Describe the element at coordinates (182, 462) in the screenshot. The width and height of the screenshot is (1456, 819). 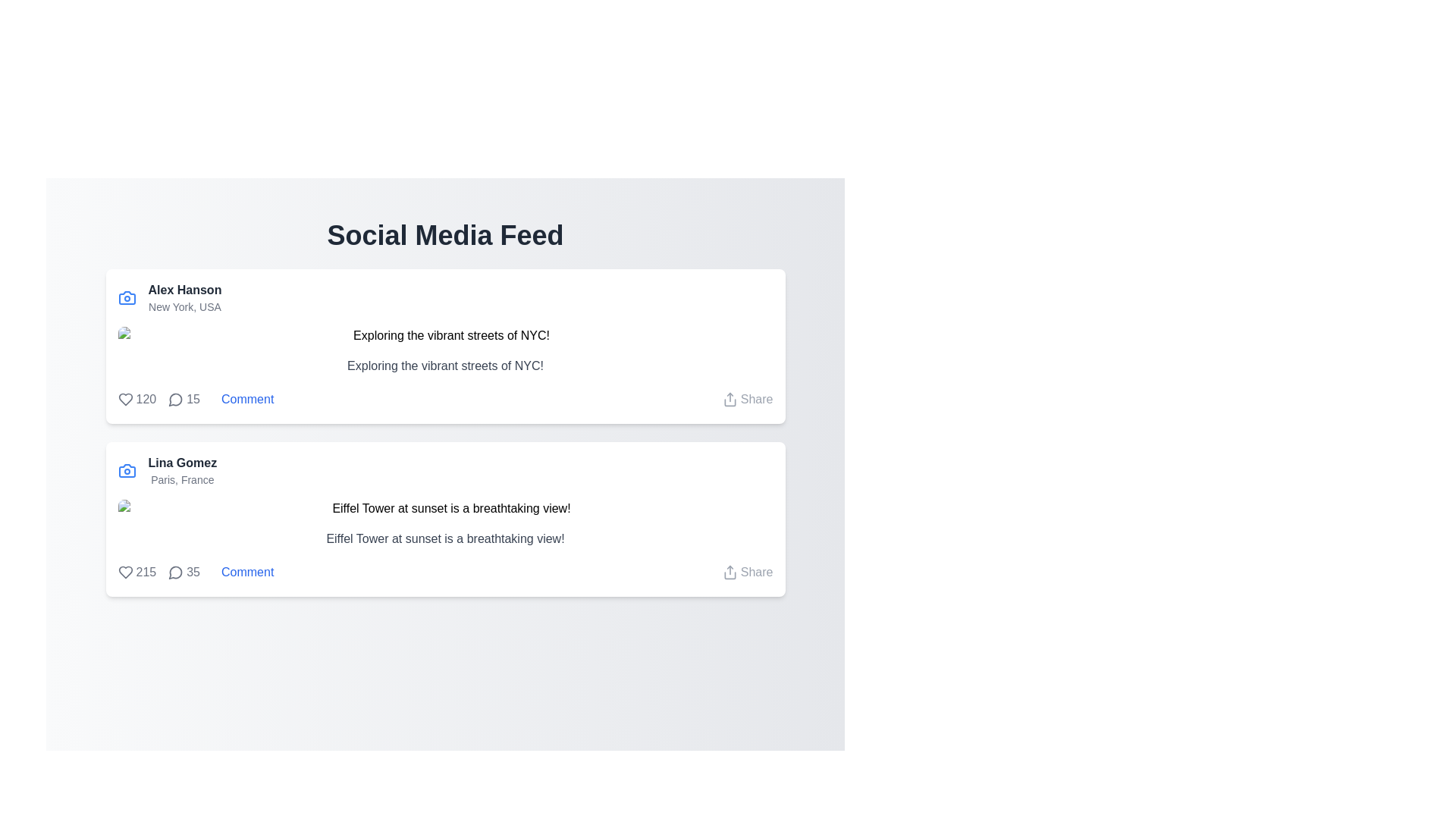
I see `the bold text label displaying 'Lina Gomez' located at the upper left corner of the social media post card, positioned above 'Paris, France'` at that location.